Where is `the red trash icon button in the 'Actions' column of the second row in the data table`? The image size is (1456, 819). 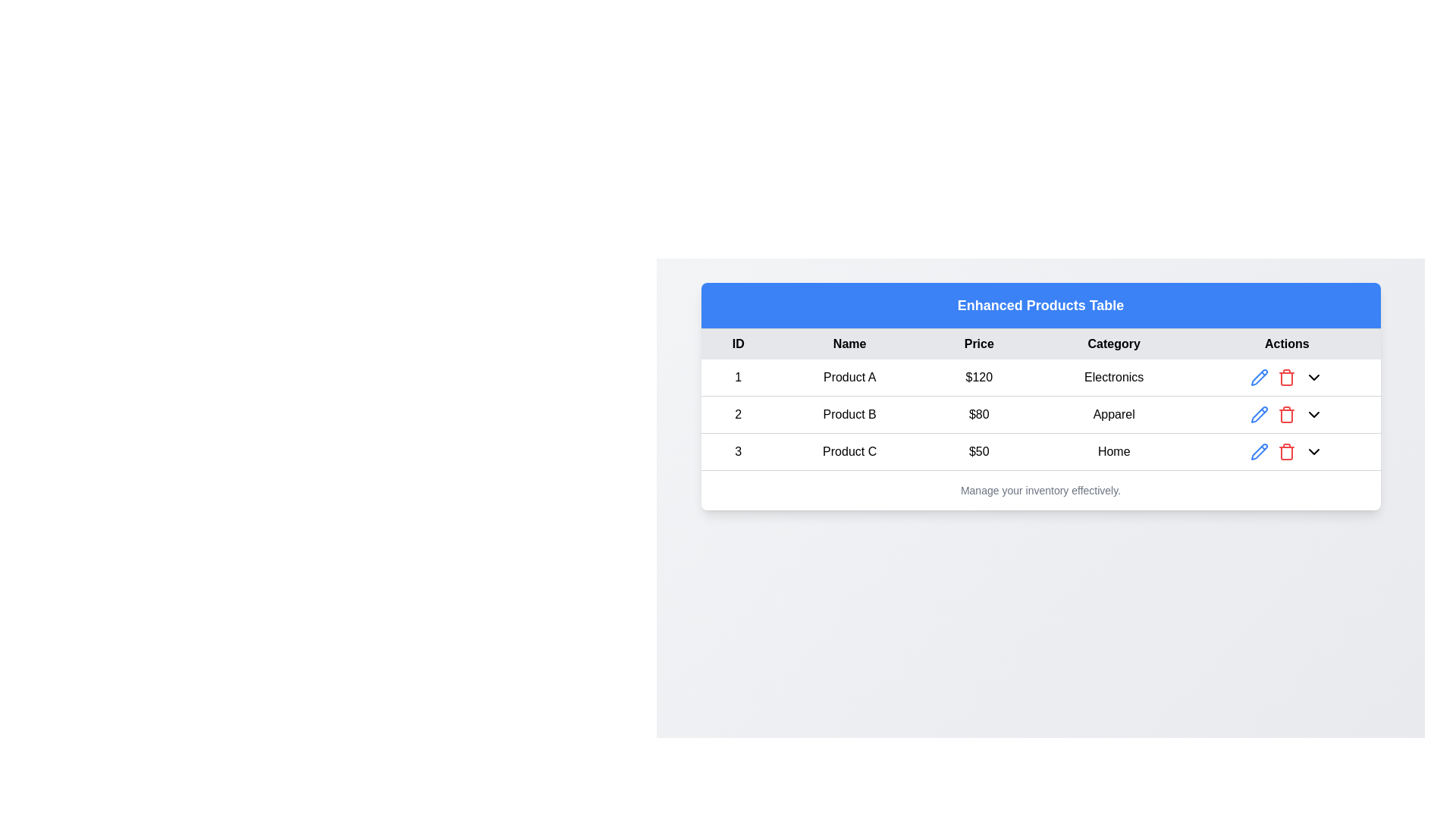 the red trash icon button in the 'Actions' column of the second row in the data table is located at coordinates (1286, 415).